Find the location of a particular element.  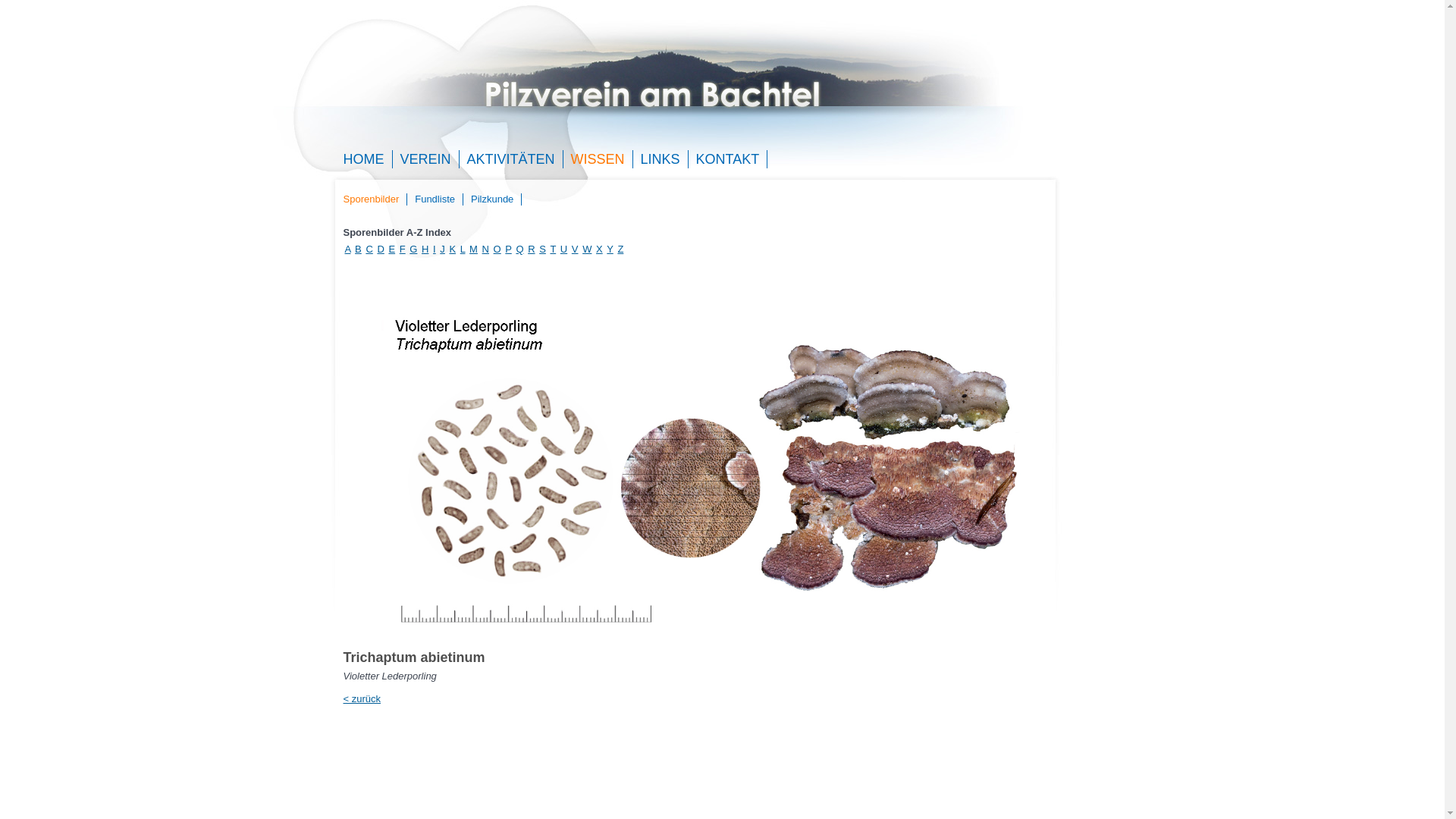

'K' is located at coordinates (451, 248).